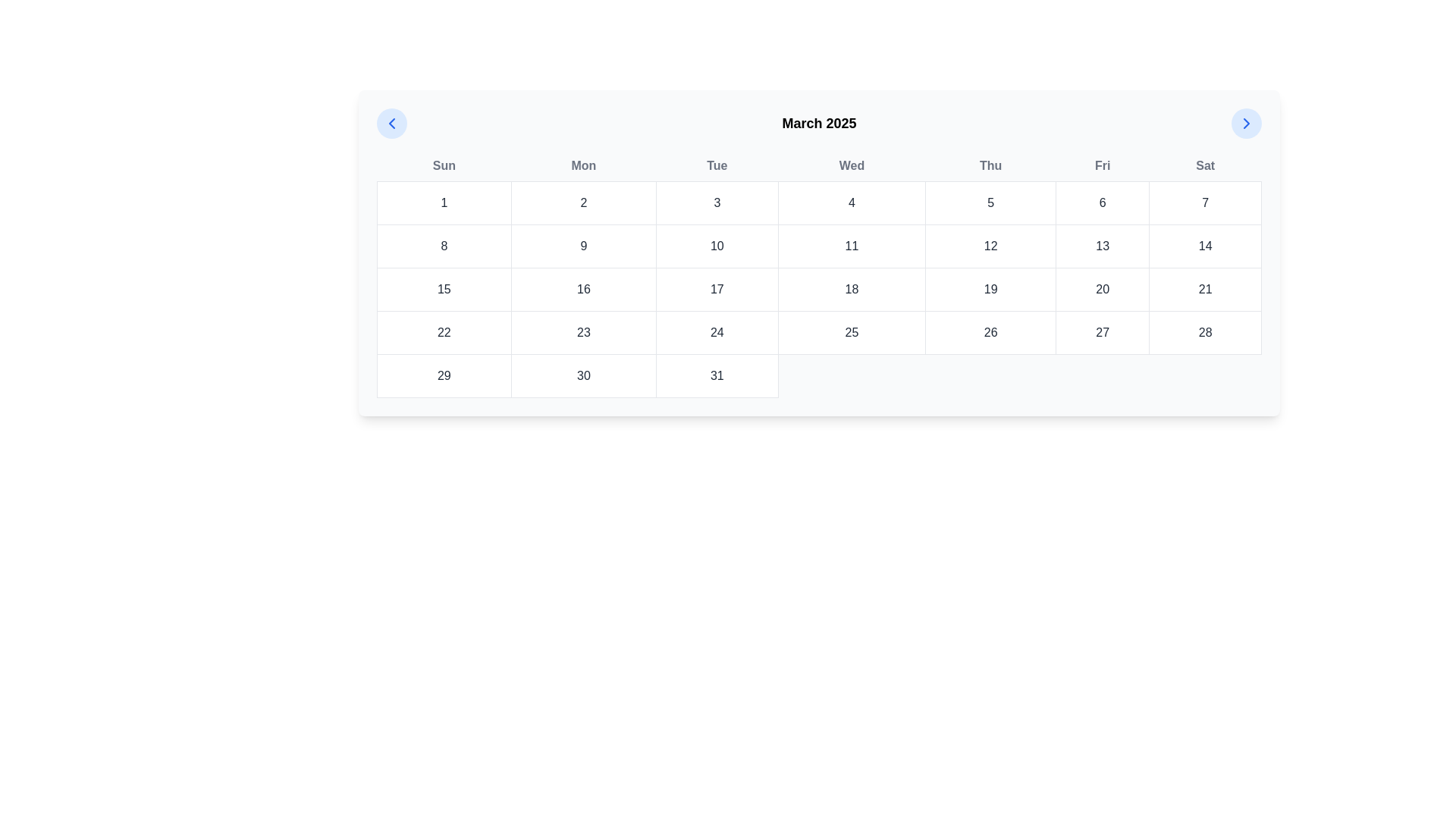 Image resolution: width=1456 pixels, height=819 pixels. I want to click on the static text display that shows the currently selected month and year in the calendar header, so click(818, 122).